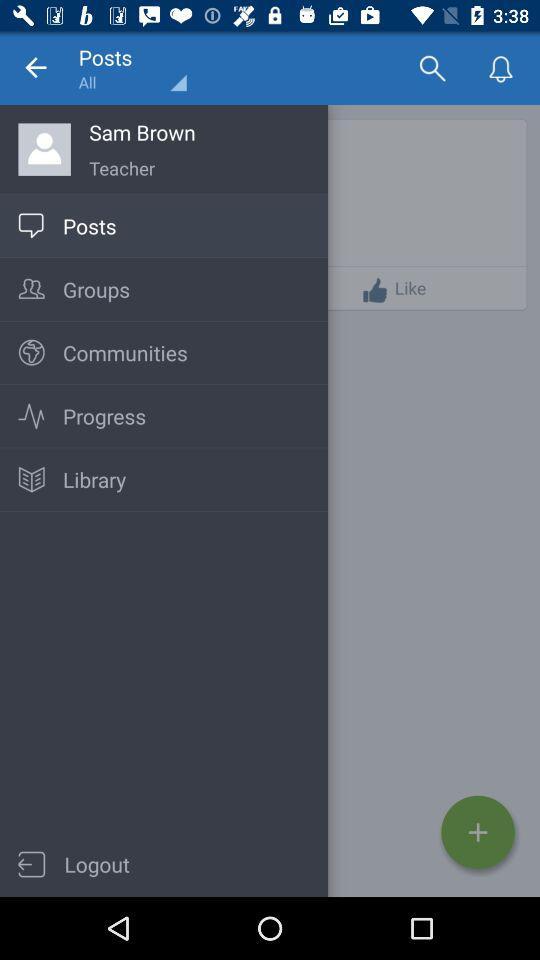 This screenshot has width=540, height=960. What do you see at coordinates (30, 480) in the screenshot?
I see `the library icon` at bounding box center [30, 480].